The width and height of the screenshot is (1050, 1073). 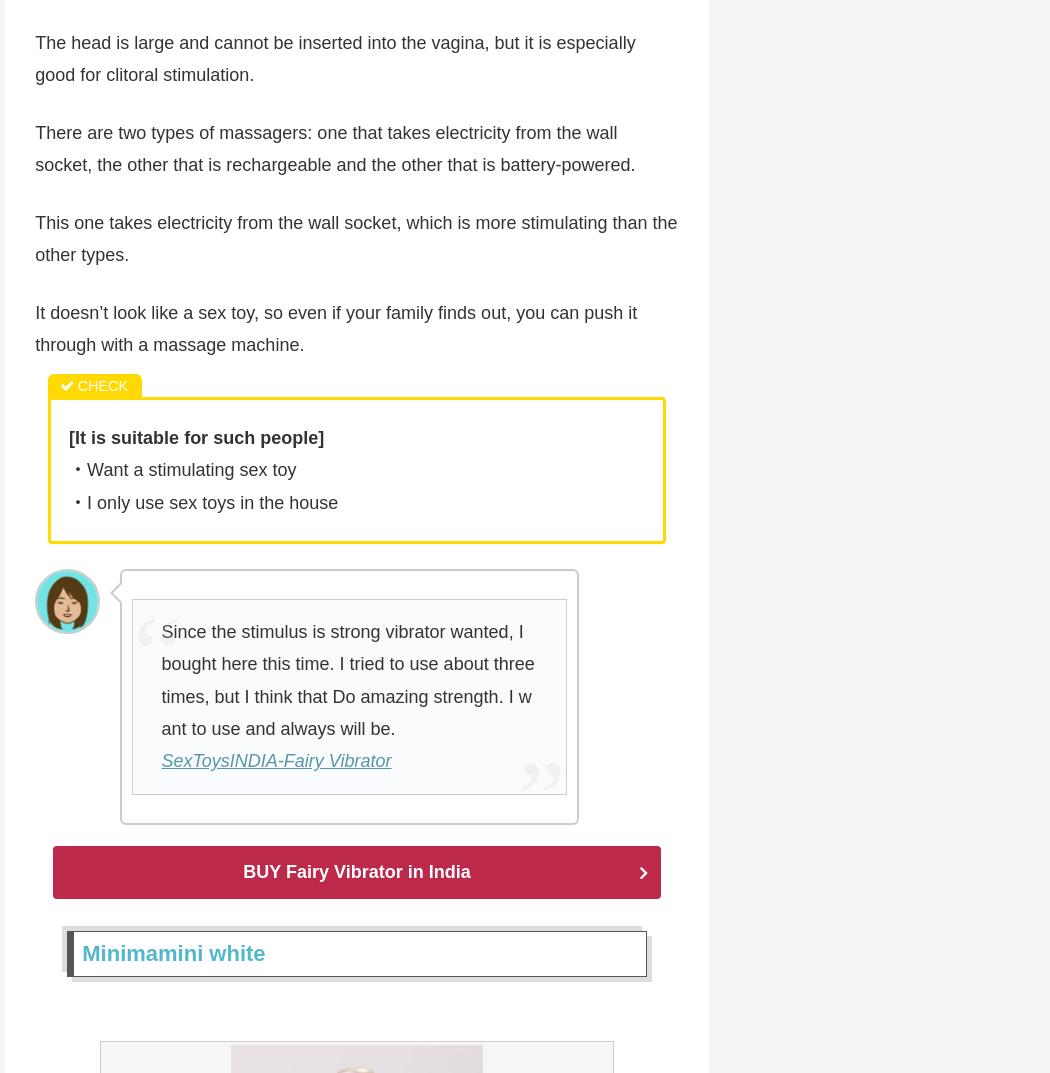 What do you see at coordinates (160, 762) in the screenshot?
I see `'SexToysINDIA-Fairy Vibrator'` at bounding box center [160, 762].